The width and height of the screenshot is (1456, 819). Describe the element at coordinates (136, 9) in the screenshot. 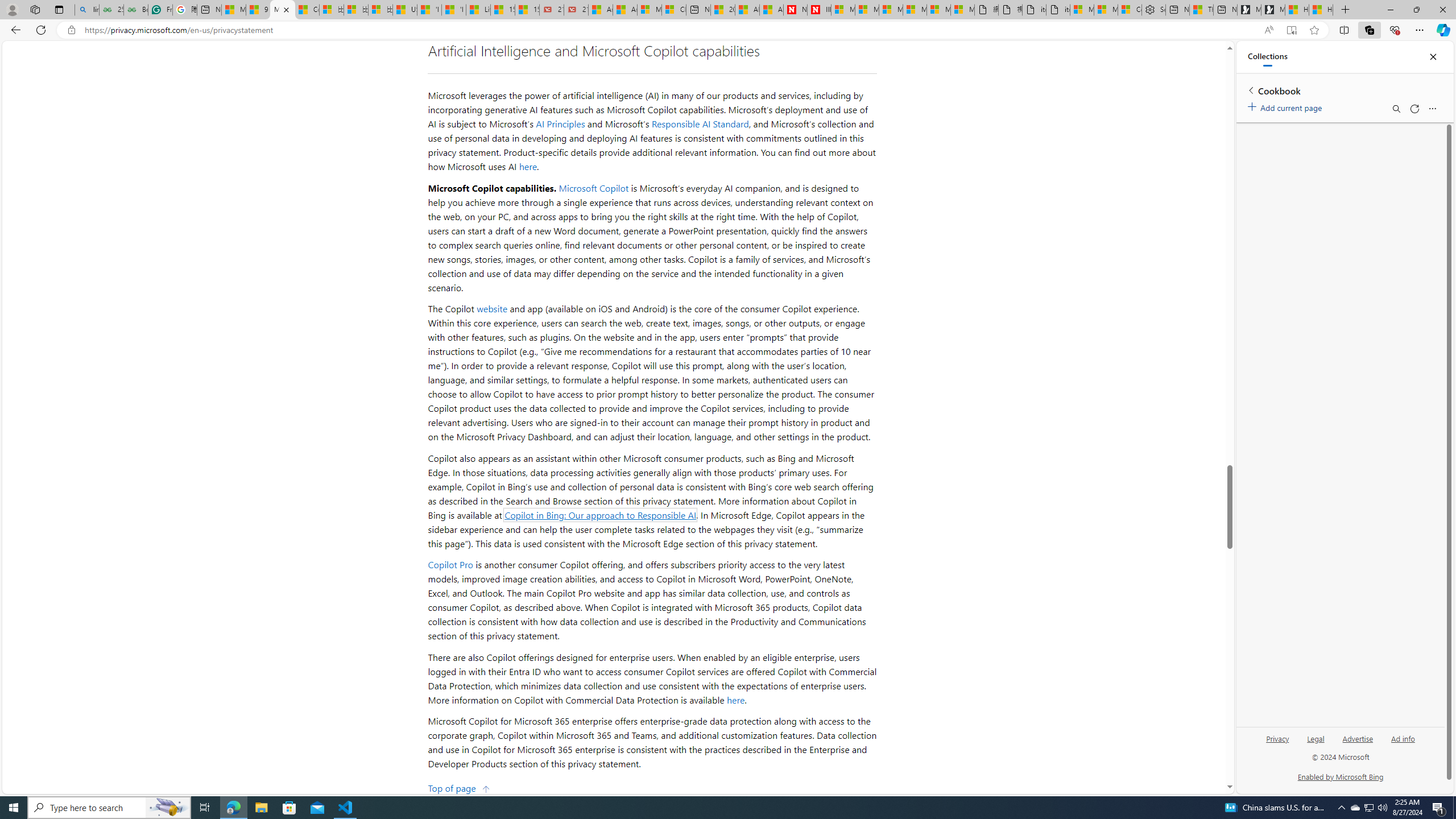

I see `'Best SSL Certificates Provider in India - GeeksforGeeks'` at that location.